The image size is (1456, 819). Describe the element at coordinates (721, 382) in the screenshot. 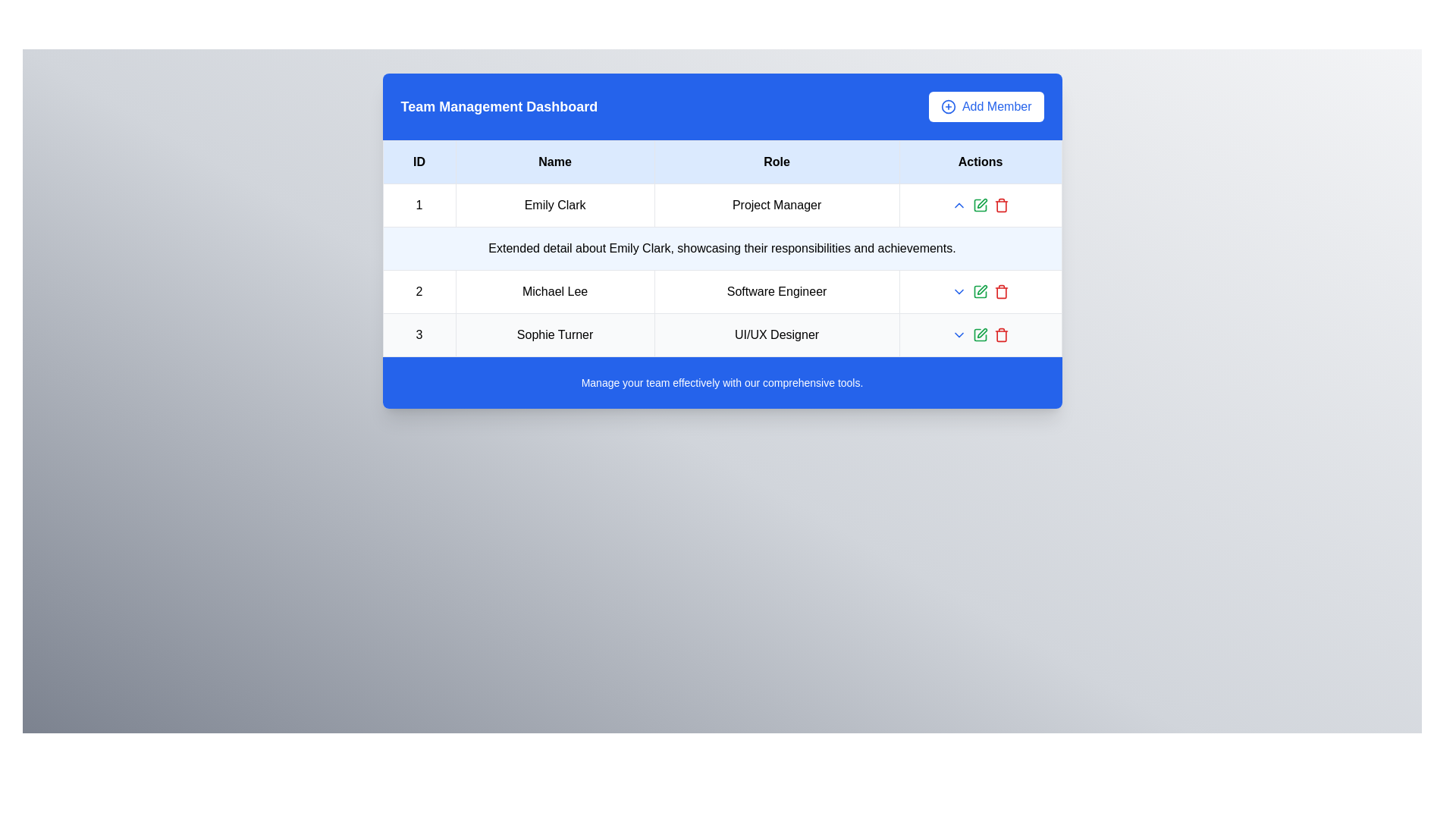

I see `the informative textual area that has a blue background and white text, containing the message 'Manage your team effectively with our comprehensive tools.'` at that location.